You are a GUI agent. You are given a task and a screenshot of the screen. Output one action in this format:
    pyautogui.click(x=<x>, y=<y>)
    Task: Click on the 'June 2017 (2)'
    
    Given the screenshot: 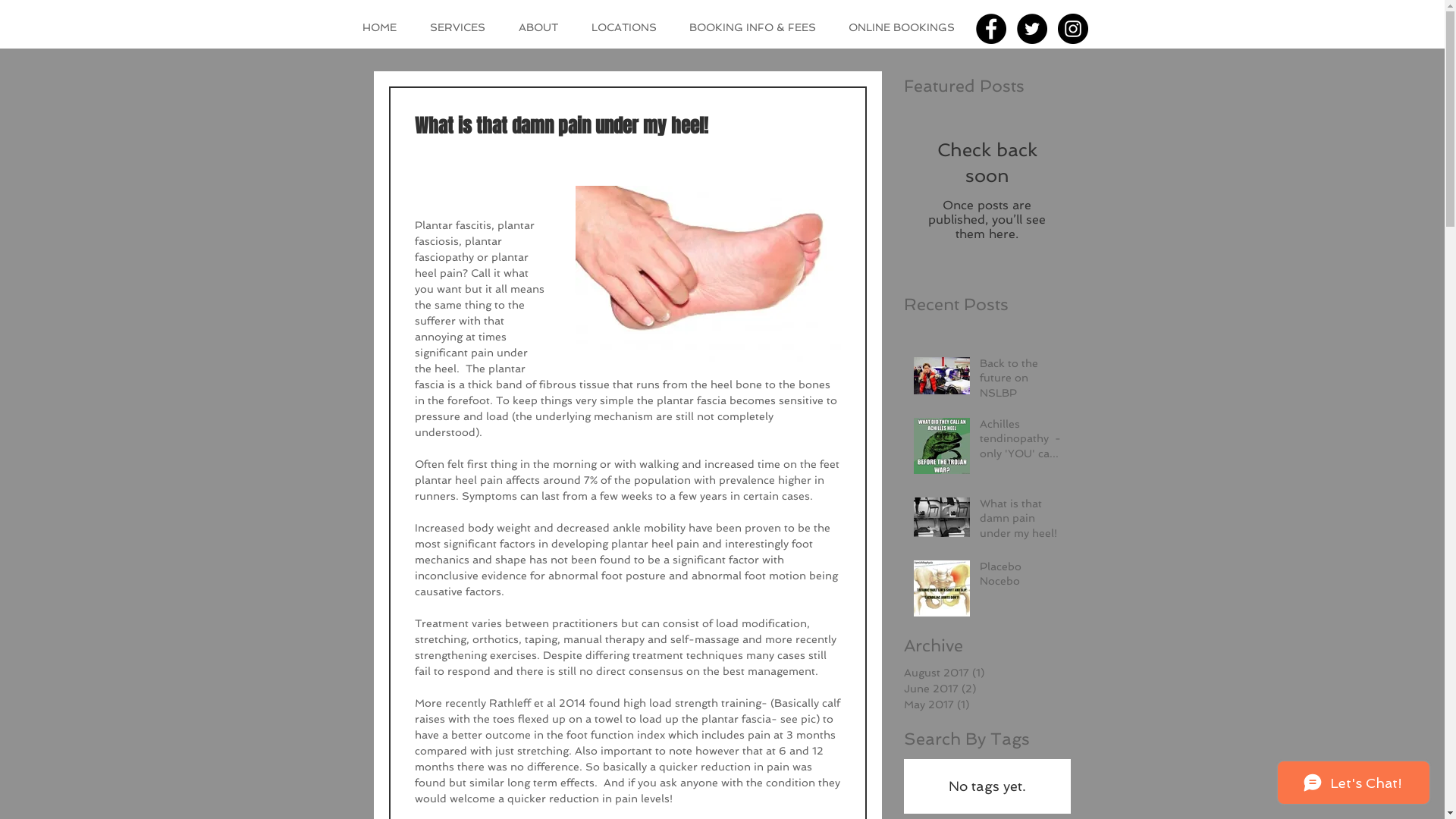 What is the action you would take?
    pyautogui.click(x=983, y=689)
    